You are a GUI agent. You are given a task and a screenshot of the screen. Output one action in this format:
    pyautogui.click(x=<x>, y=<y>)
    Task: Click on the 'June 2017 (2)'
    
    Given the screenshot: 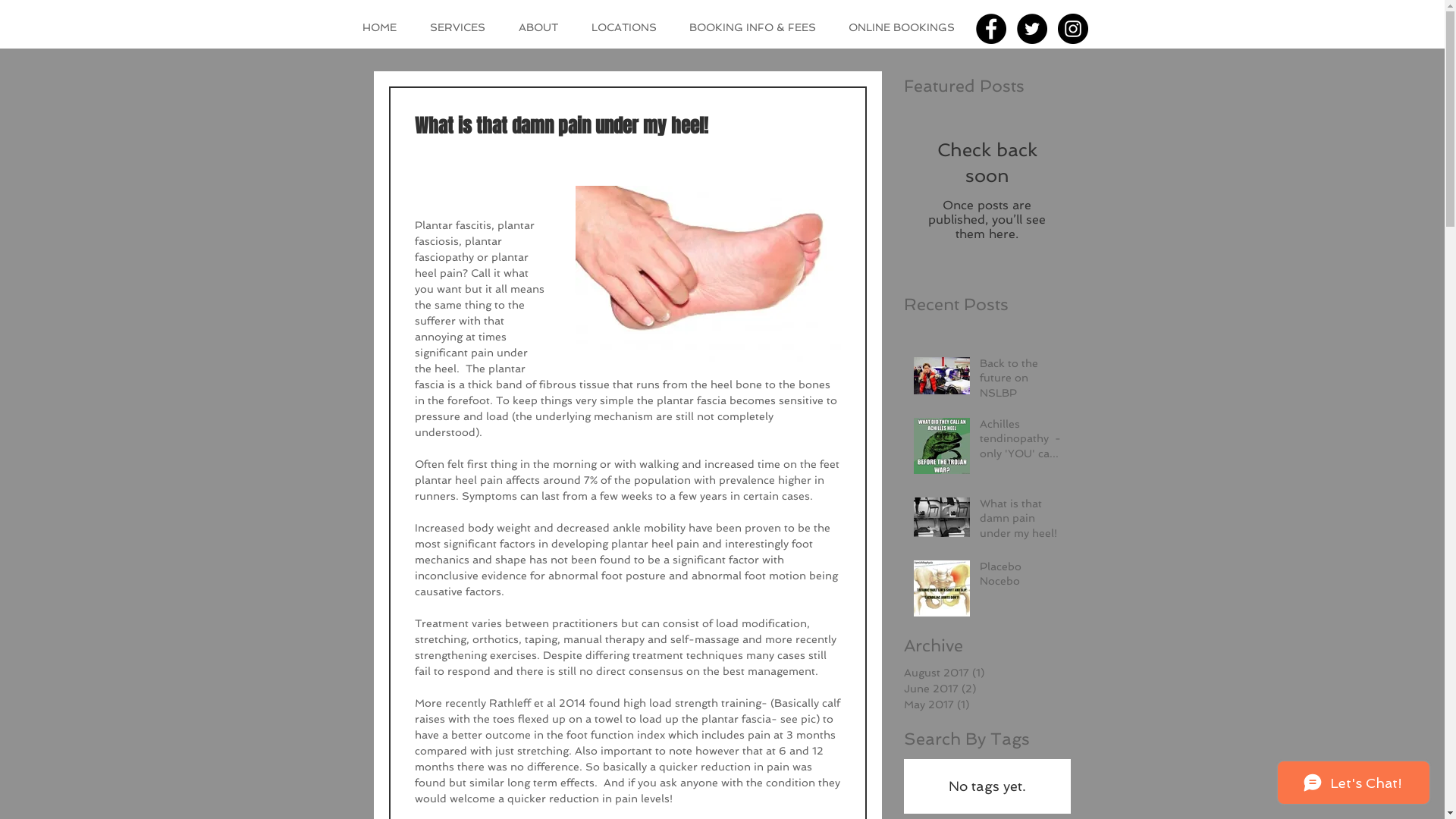 What is the action you would take?
    pyautogui.click(x=983, y=689)
    